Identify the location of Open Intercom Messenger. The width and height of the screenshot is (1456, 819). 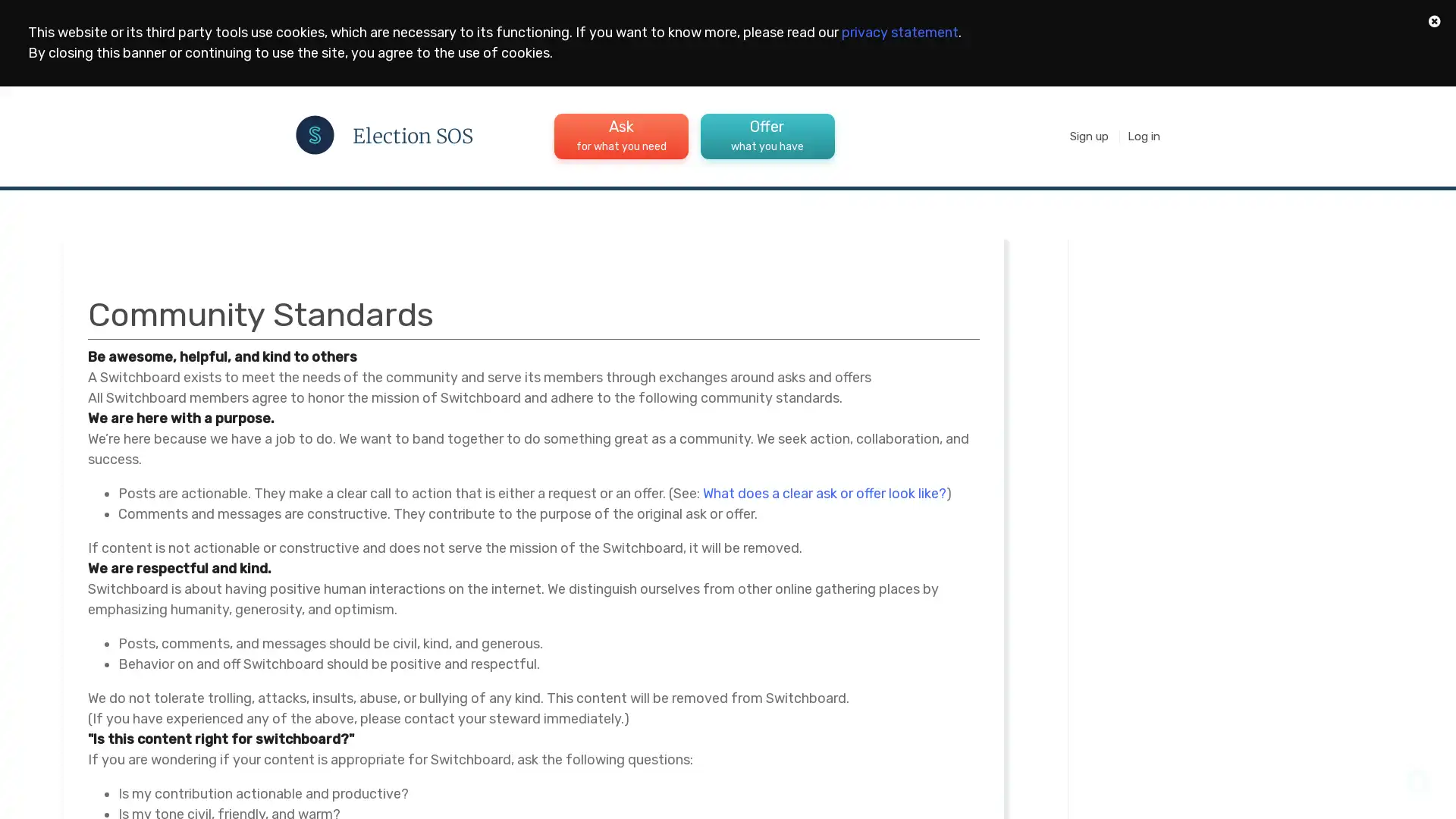
(1417, 780).